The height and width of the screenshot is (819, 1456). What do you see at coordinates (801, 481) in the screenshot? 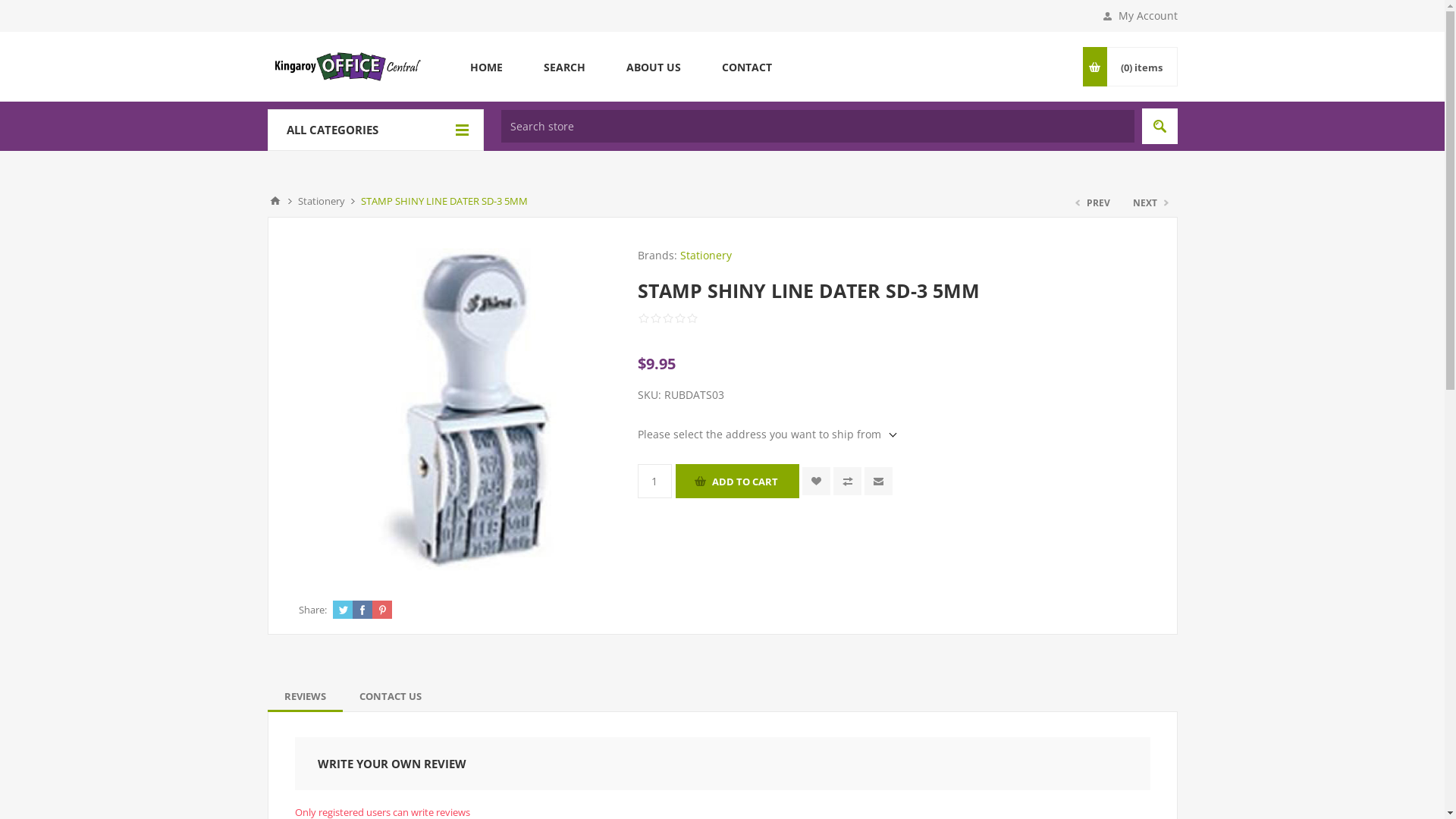
I see `'Add to wishlist'` at bounding box center [801, 481].